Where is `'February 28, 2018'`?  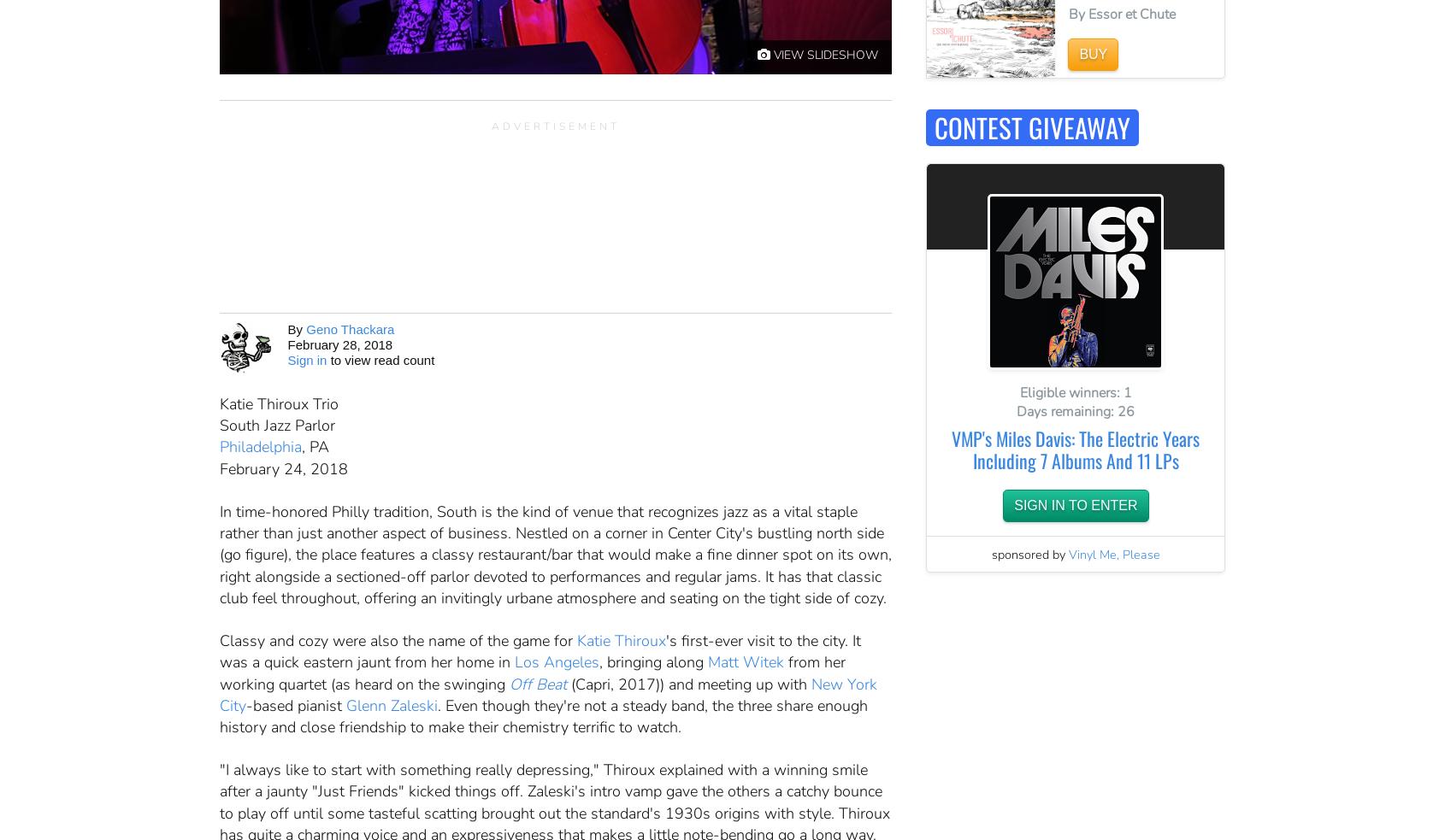 'February 28, 2018' is located at coordinates (339, 344).